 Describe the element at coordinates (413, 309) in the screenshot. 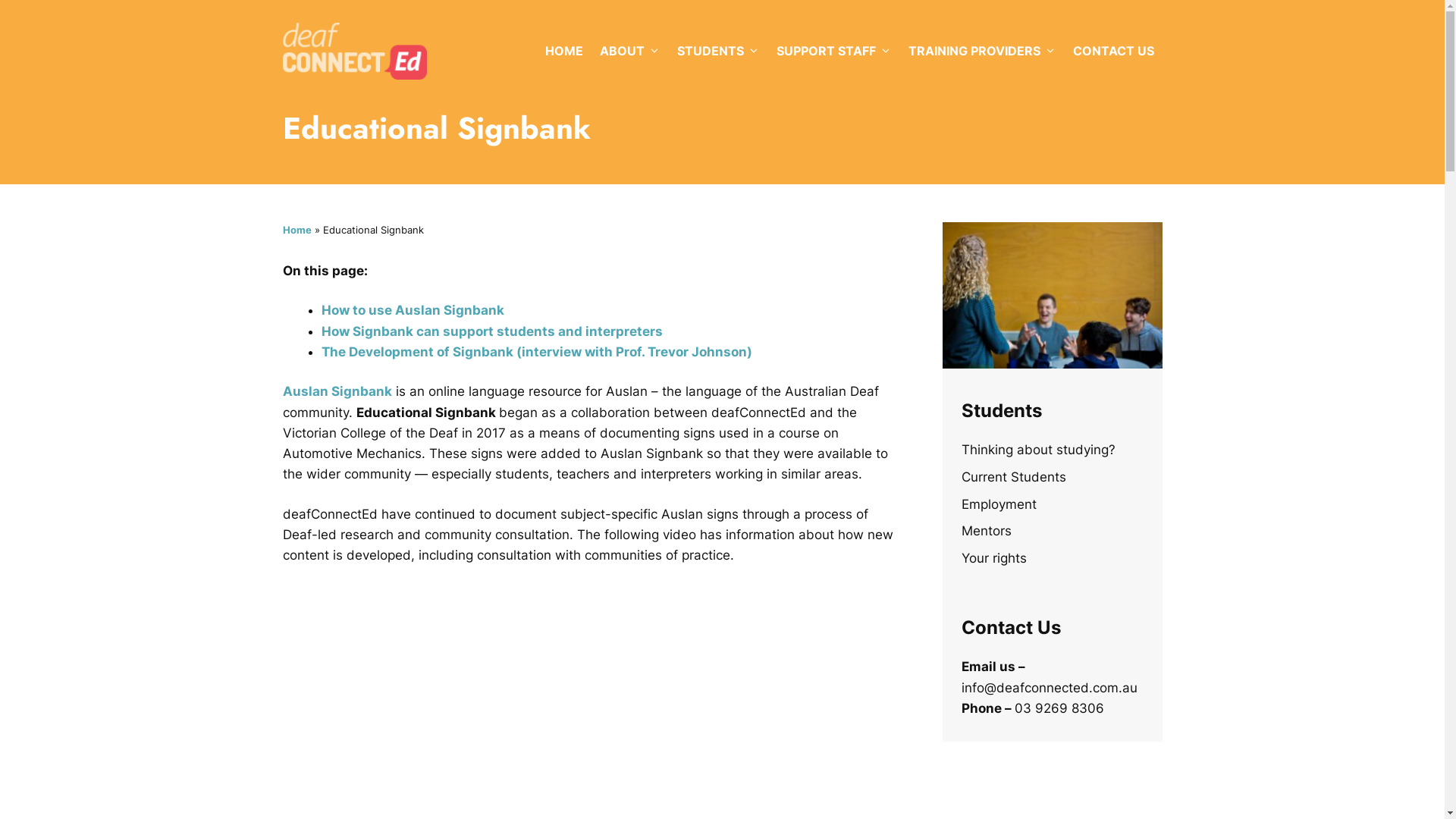

I see `'How to use Auslan Signbank'` at that location.